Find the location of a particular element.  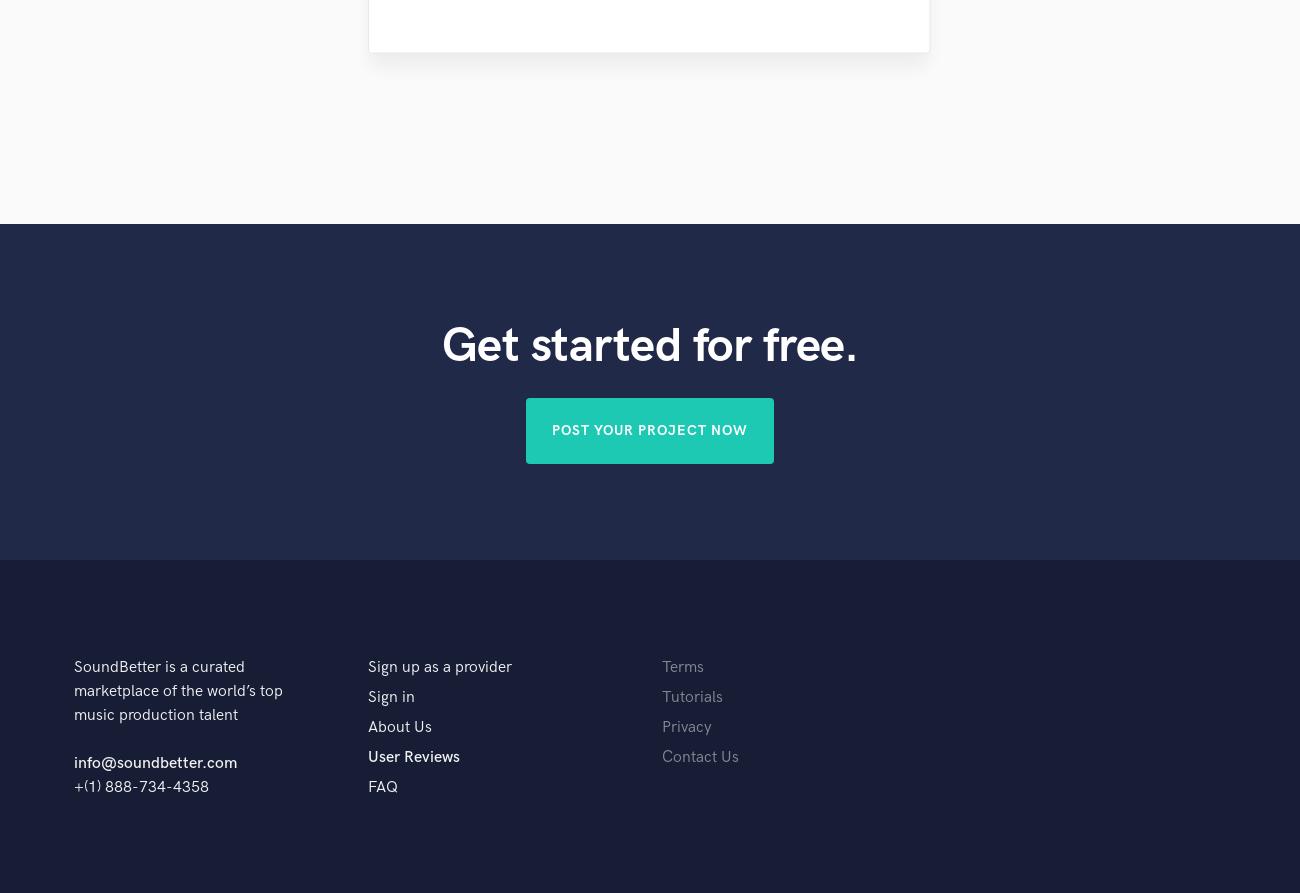

'info@soundbetter.com' is located at coordinates (154, 762).